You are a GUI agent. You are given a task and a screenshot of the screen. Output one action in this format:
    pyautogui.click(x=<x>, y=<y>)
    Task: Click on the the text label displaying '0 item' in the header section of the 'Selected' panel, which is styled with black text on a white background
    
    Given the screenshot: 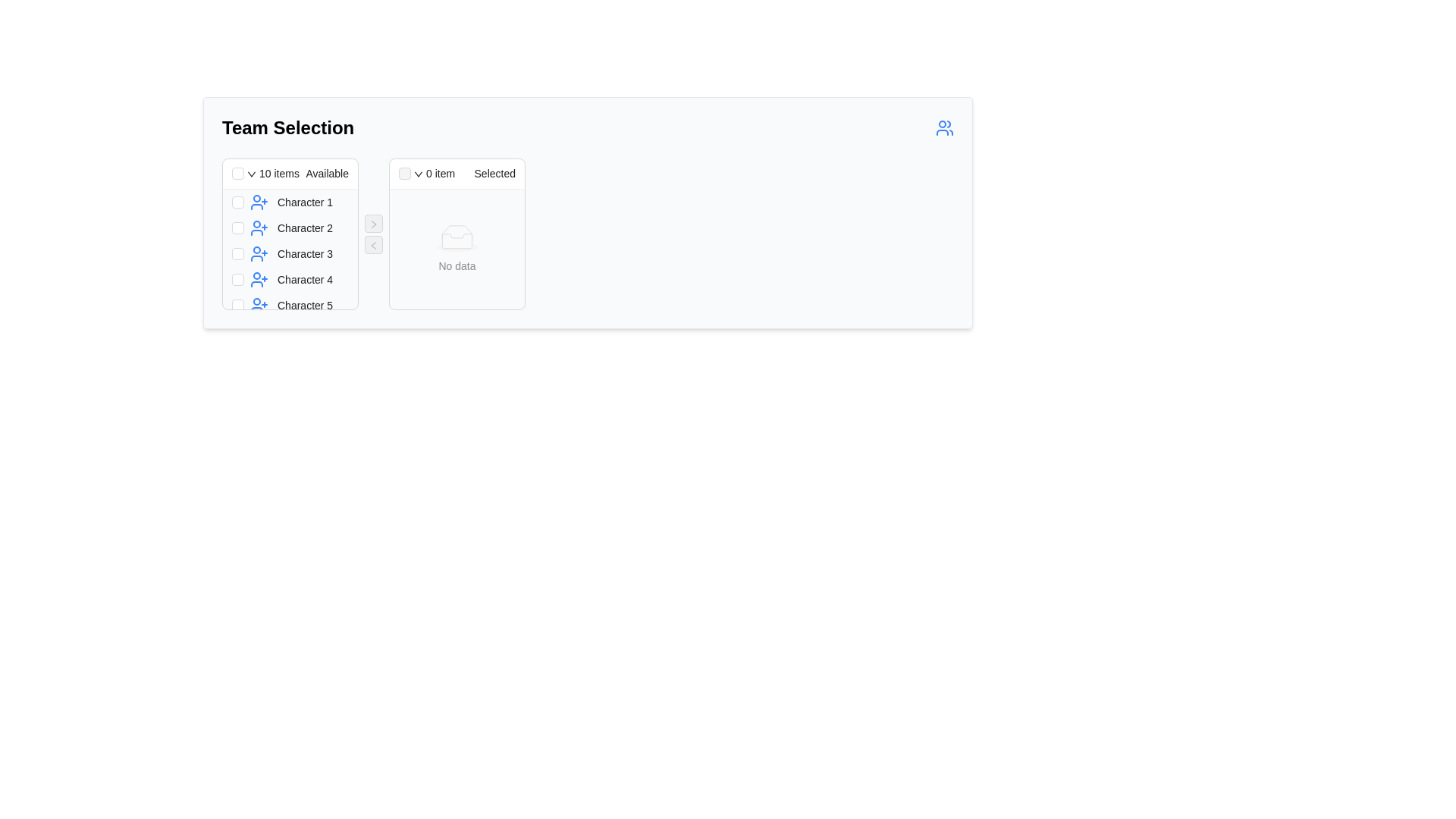 What is the action you would take?
    pyautogui.click(x=439, y=172)
    